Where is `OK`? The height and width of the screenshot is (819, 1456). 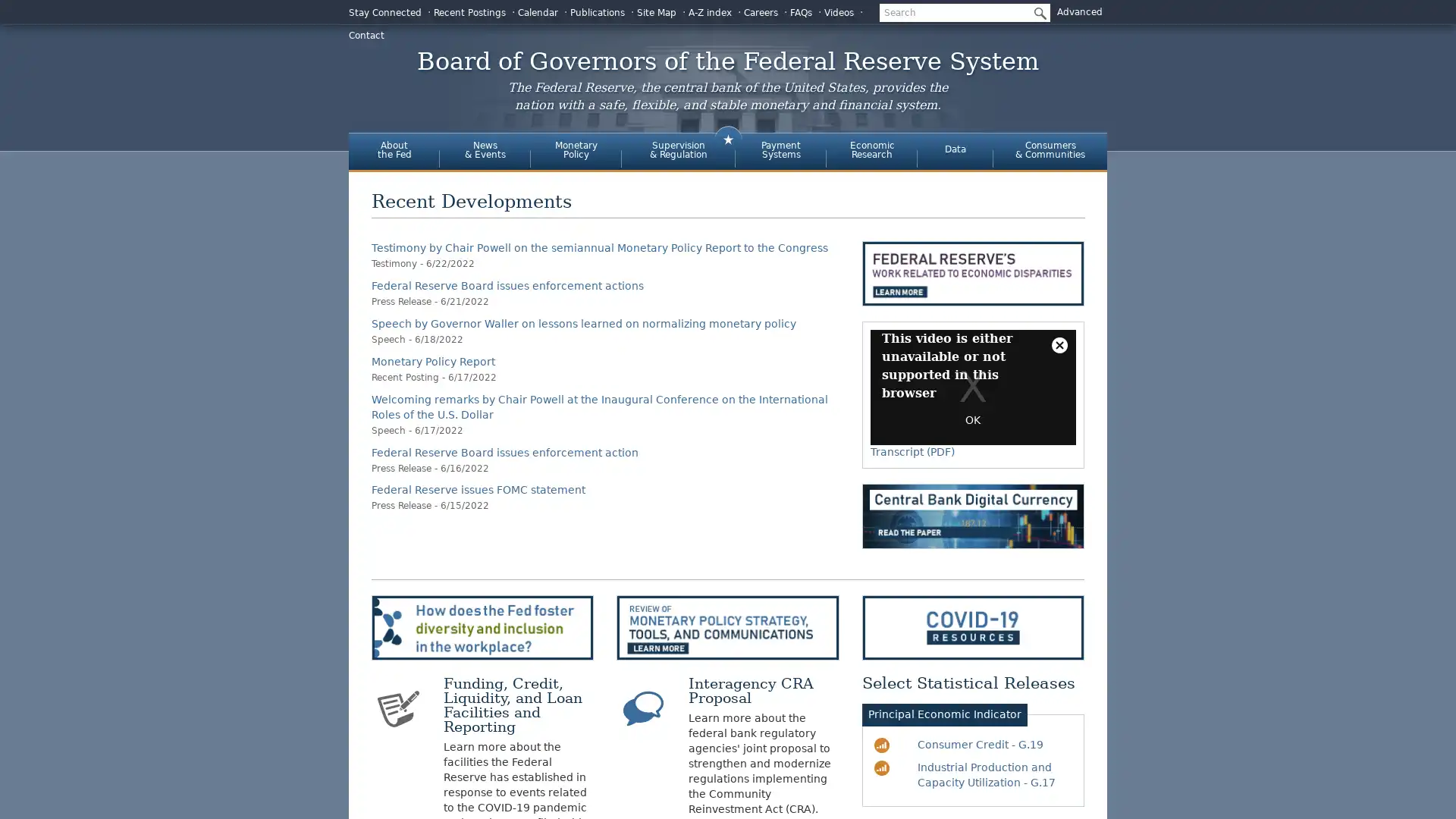
OK is located at coordinates (972, 420).